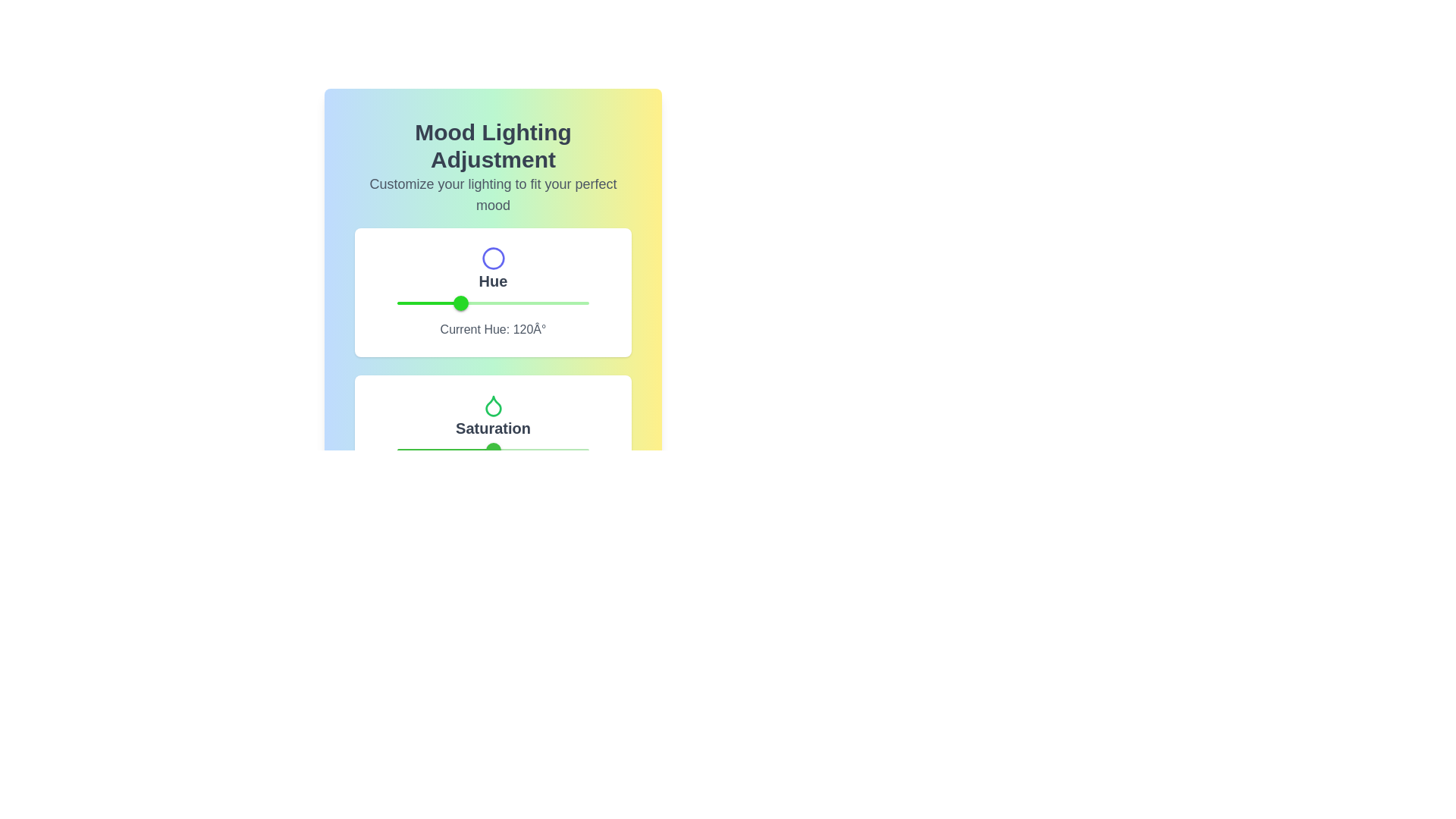  Describe the element at coordinates (460, 450) in the screenshot. I see `the slider` at that location.